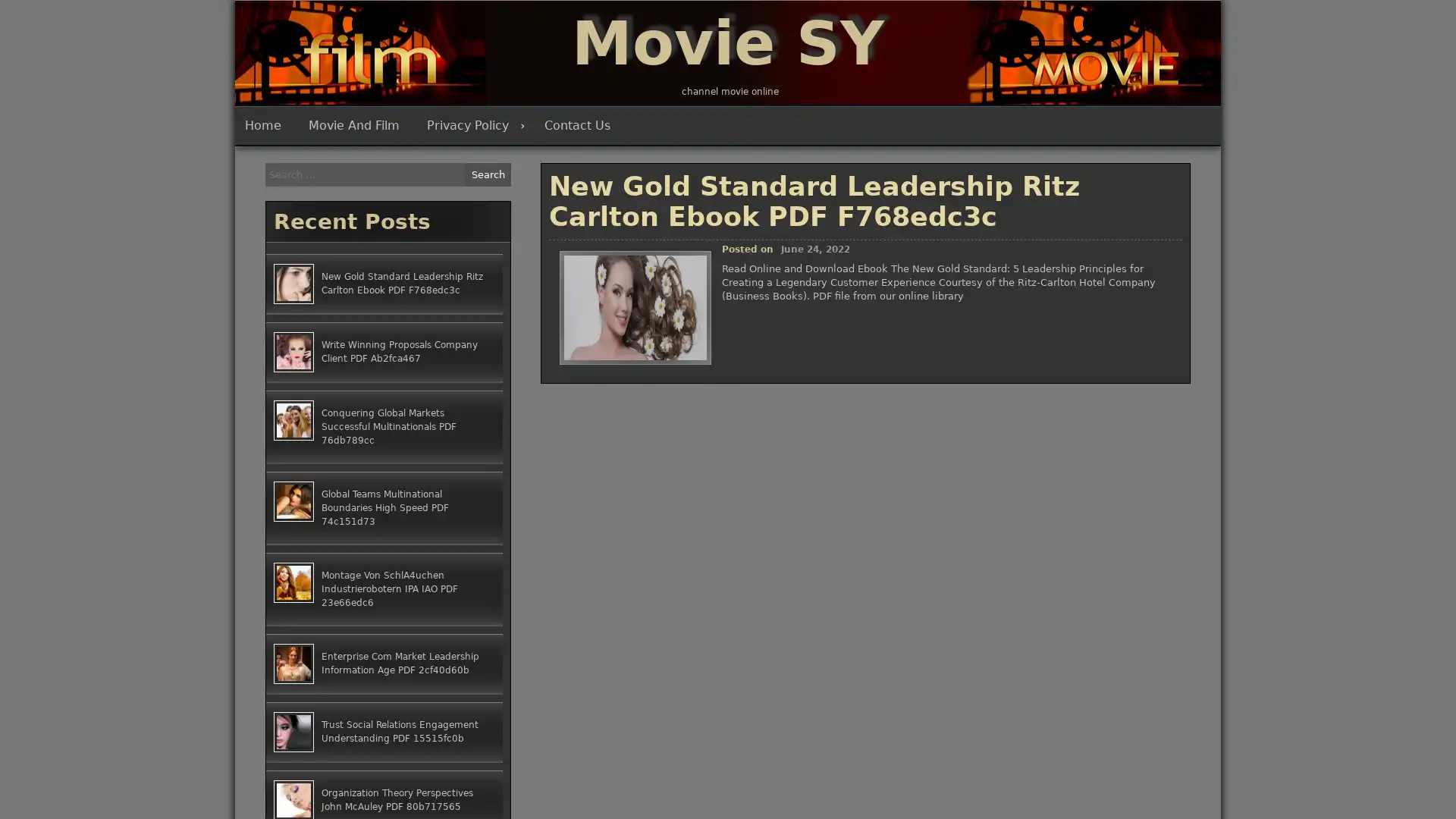 Image resolution: width=1456 pixels, height=819 pixels. I want to click on Search, so click(488, 174).